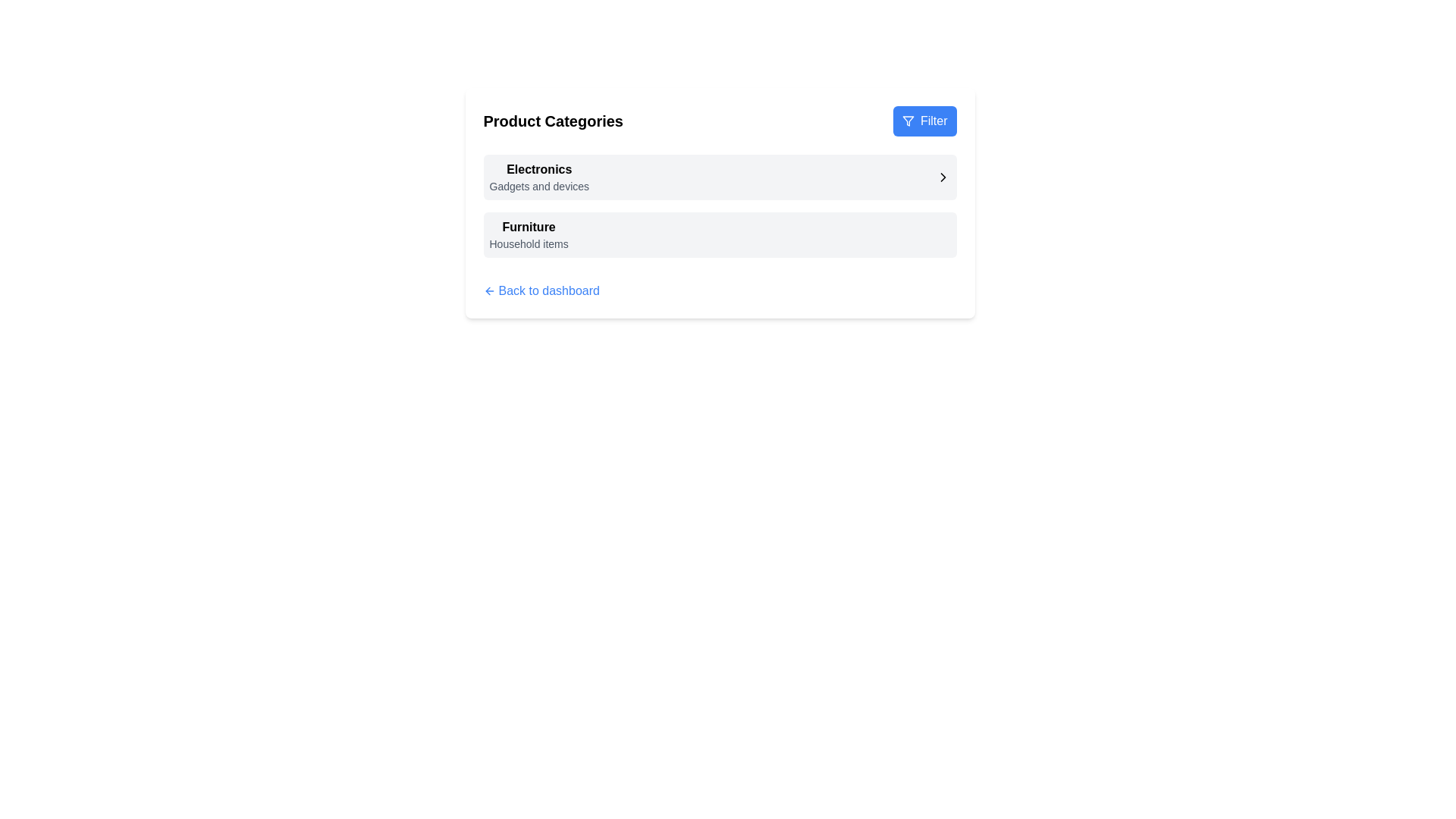 This screenshot has height=819, width=1456. Describe the element at coordinates (942, 177) in the screenshot. I see `the chevron navigation icon located at the far-right area of the 'Electronics' item in the product categories list` at that location.